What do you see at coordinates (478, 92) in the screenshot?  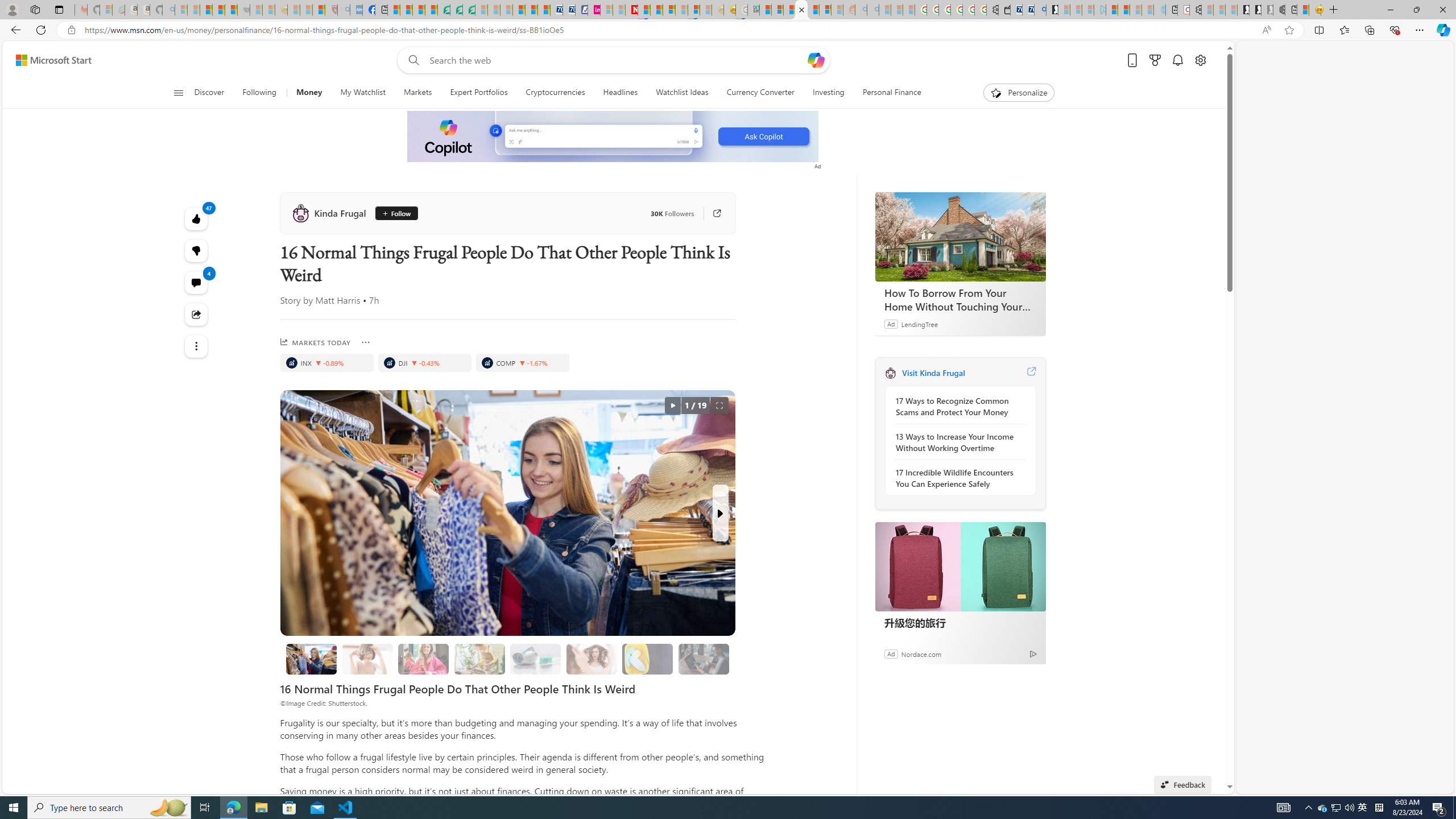 I see `'Expert Portfolios'` at bounding box center [478, 92].